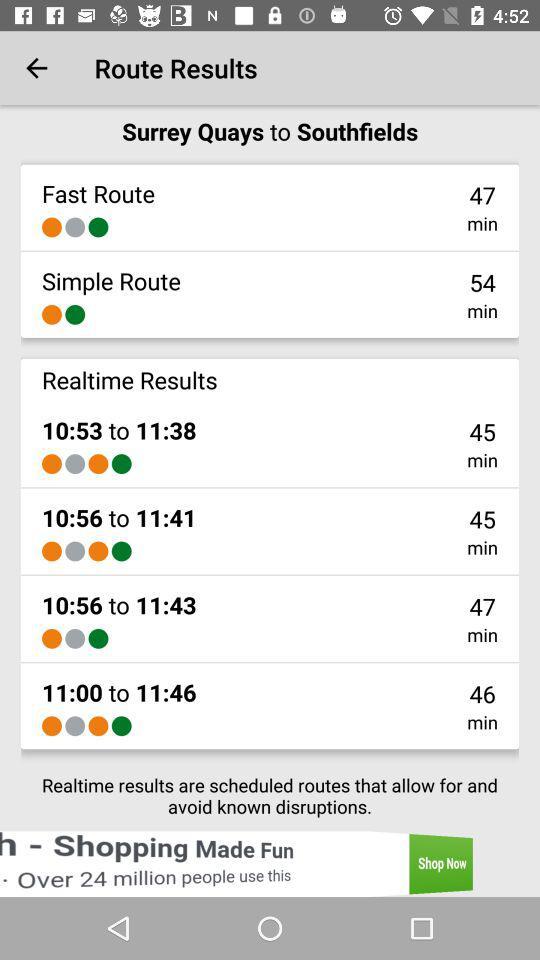 This screenshot has height=960, width=540. What do you see at coordinates (111, 280) in the screenshot?
I see `simple route icon` at bounding box center [111, 280].